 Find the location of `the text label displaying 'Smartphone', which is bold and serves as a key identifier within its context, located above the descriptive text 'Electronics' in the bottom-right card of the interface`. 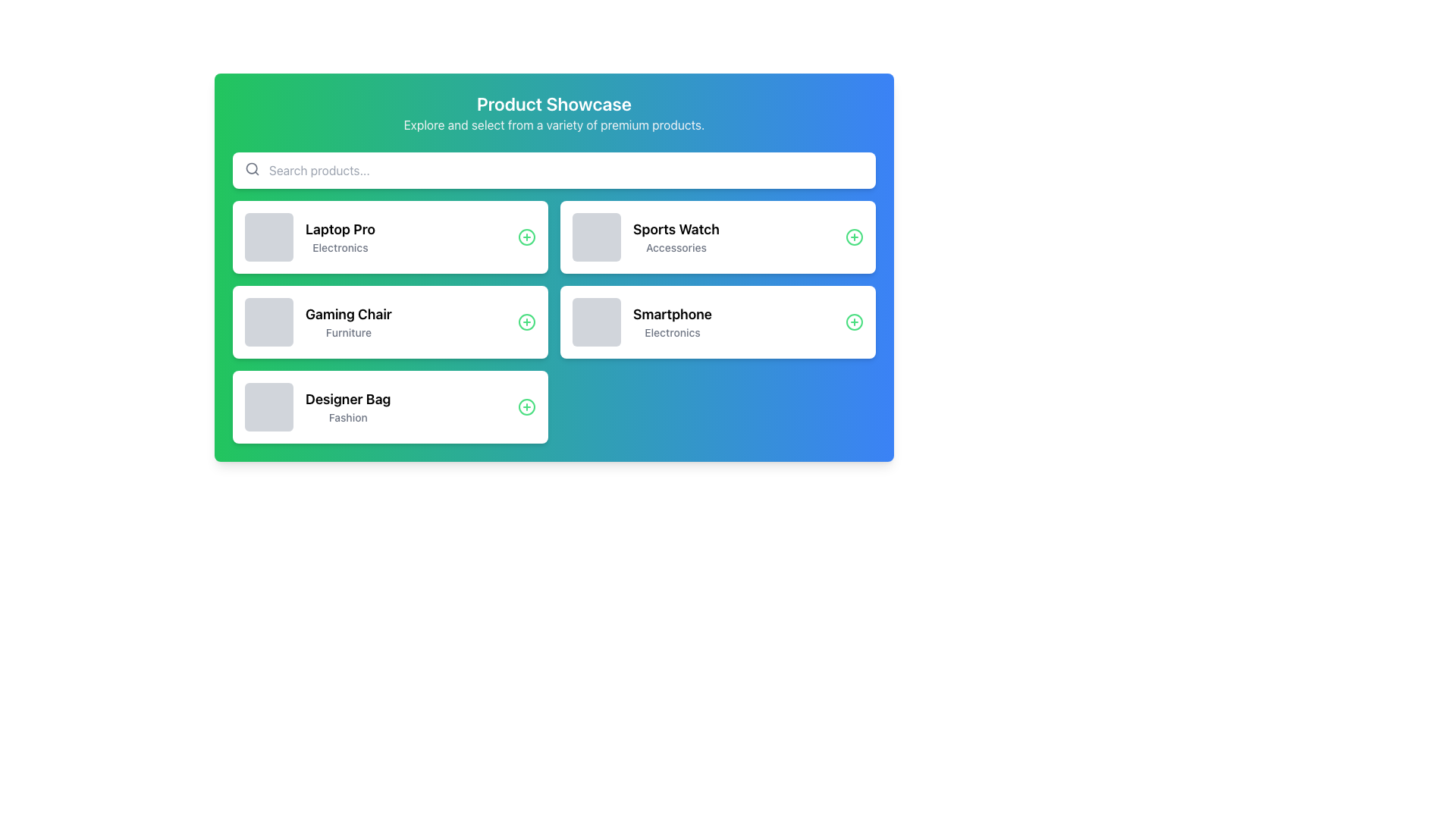

the text label displaying 'Smartphone', which is bold and serves as a key identifier within its context, located above the descriptive text 'Electronics' in the bottom-right card of the interface is located at coordinates (672, 314).